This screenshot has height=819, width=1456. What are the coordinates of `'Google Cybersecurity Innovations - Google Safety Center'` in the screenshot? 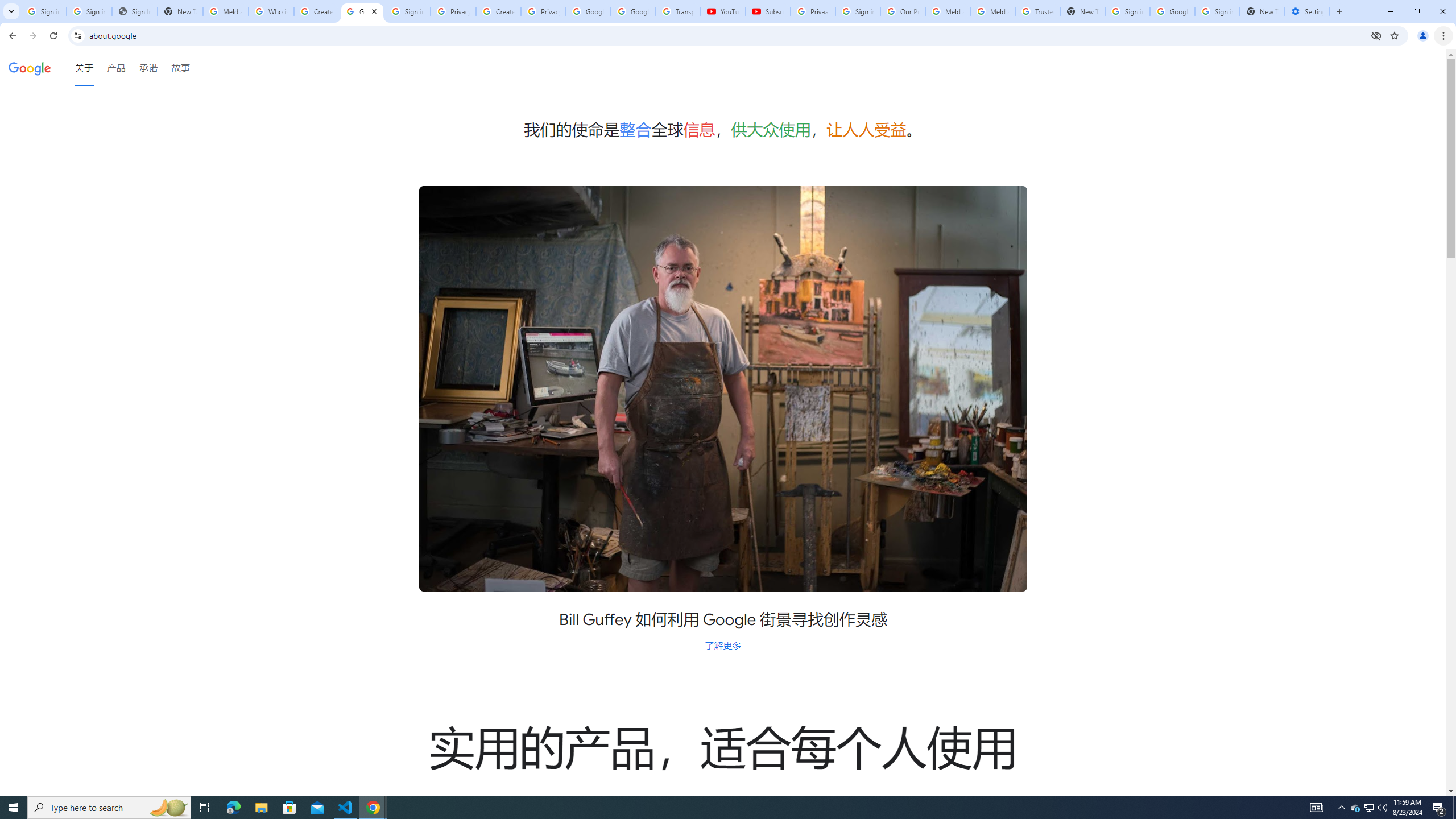 It's located at (1171, 11).